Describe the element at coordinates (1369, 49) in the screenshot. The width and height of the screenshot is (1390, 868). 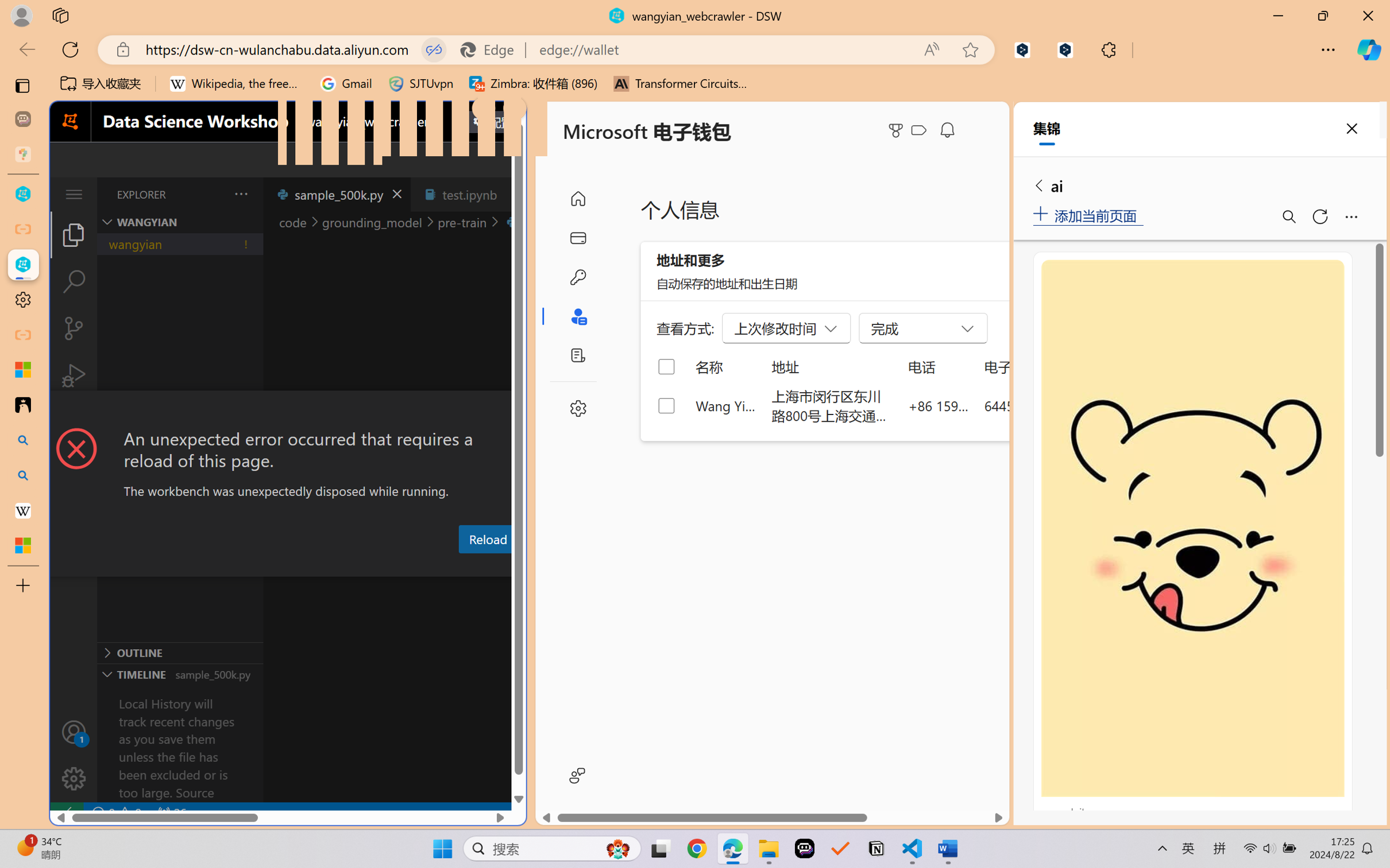
I see `'Copilot (Ctrl+Shift+.)'` at that location.